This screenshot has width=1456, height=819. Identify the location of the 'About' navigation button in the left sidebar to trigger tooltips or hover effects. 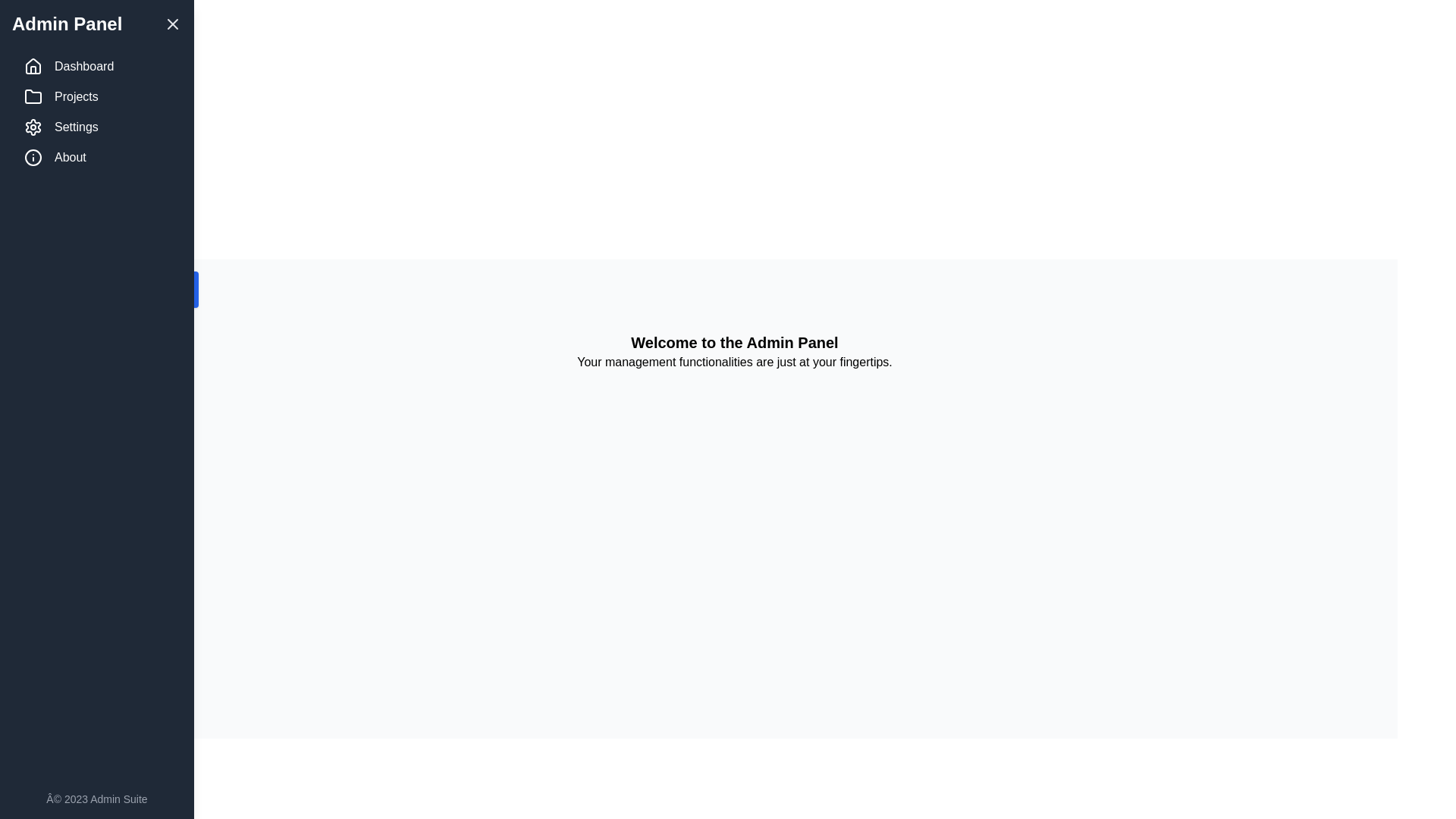
(96, 158).